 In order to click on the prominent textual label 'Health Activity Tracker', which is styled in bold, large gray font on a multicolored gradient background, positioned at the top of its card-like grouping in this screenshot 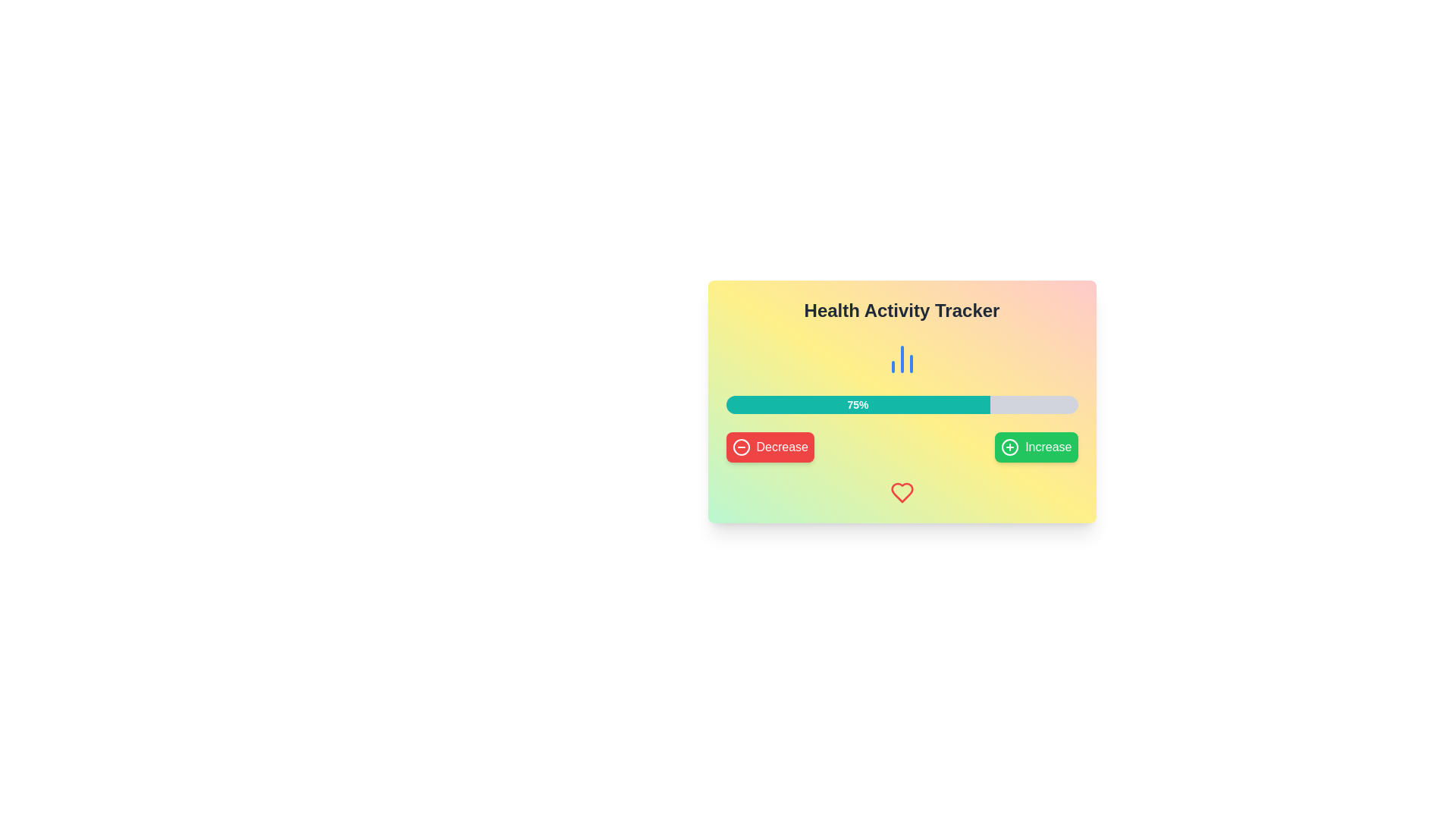, I will do `click(902, 309)`.